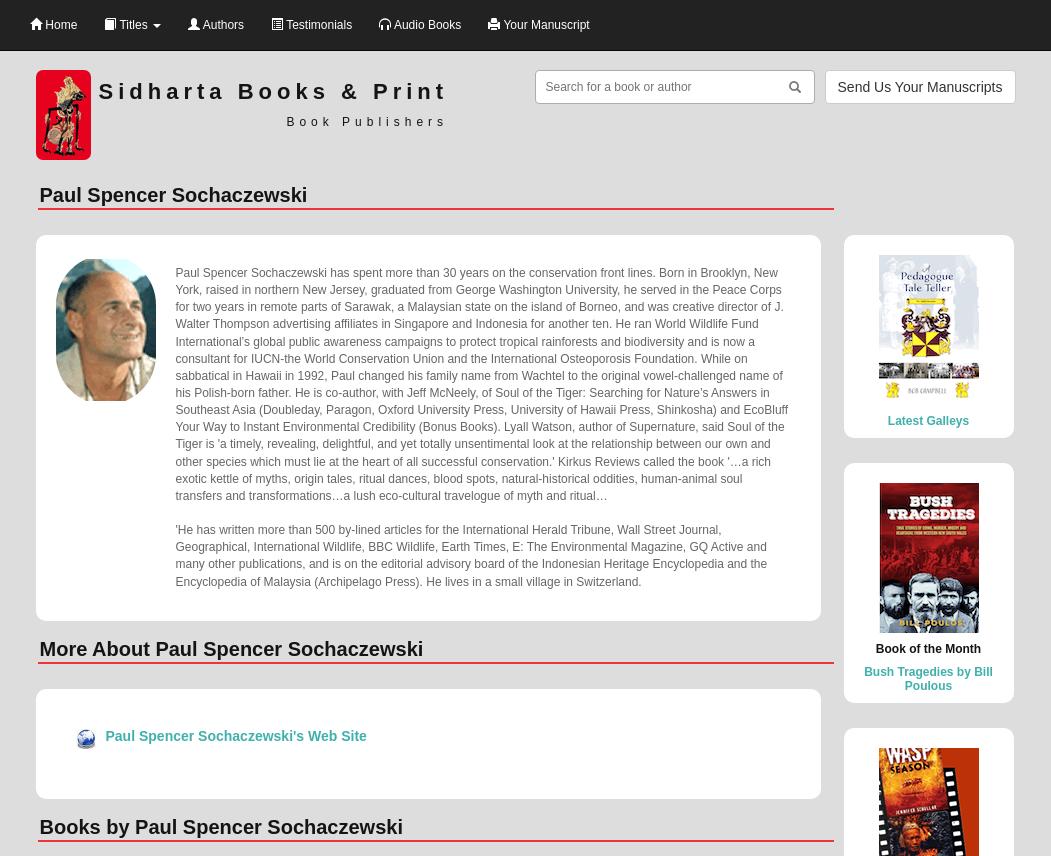  I want to click on 'Testimonials', so click(316, 24).